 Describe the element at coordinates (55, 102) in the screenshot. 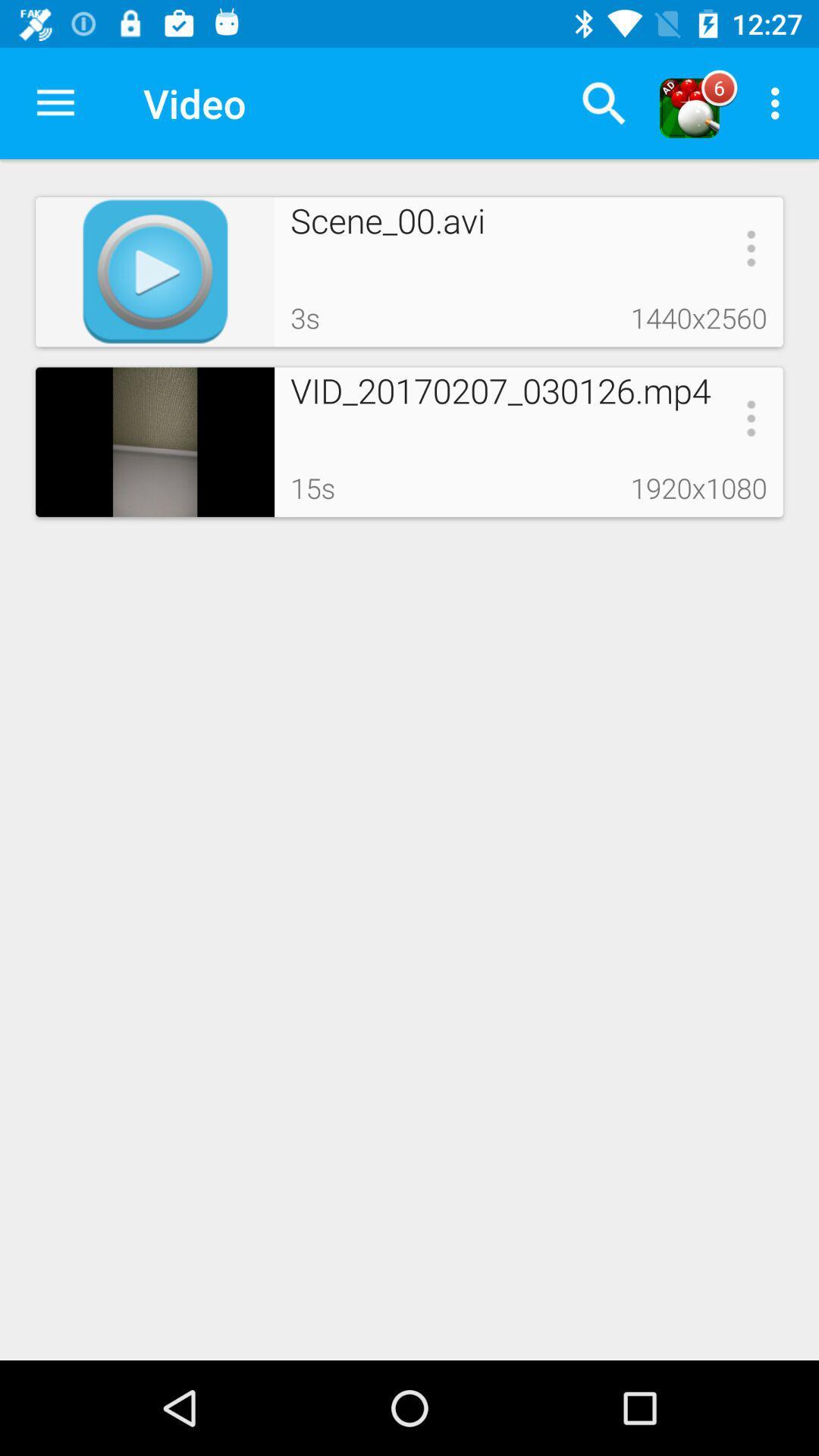

I see `the item to the left of video` at that location.